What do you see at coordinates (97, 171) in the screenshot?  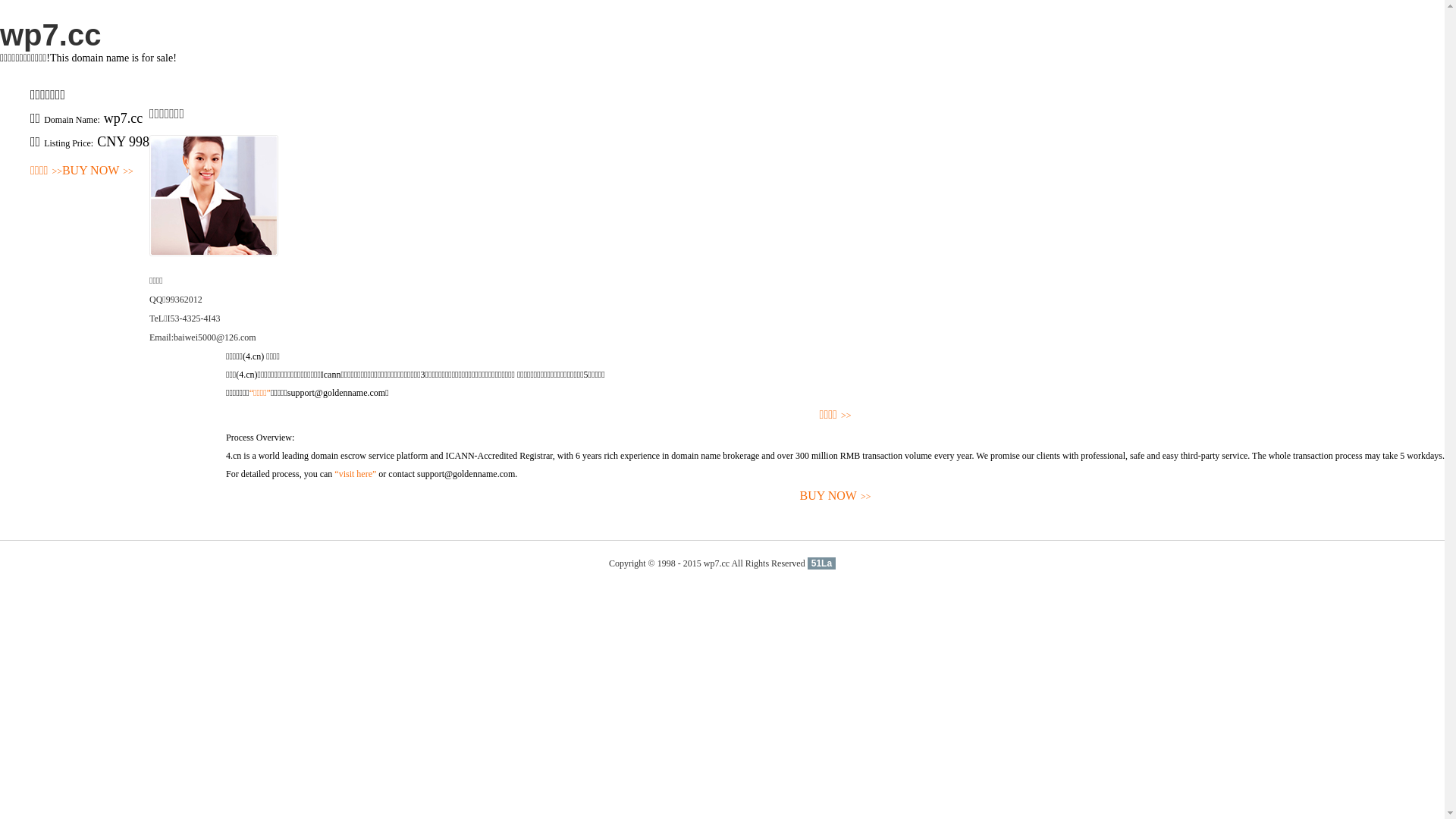 I see `'BUY NOW>>'` at bounding box center [97, 171].